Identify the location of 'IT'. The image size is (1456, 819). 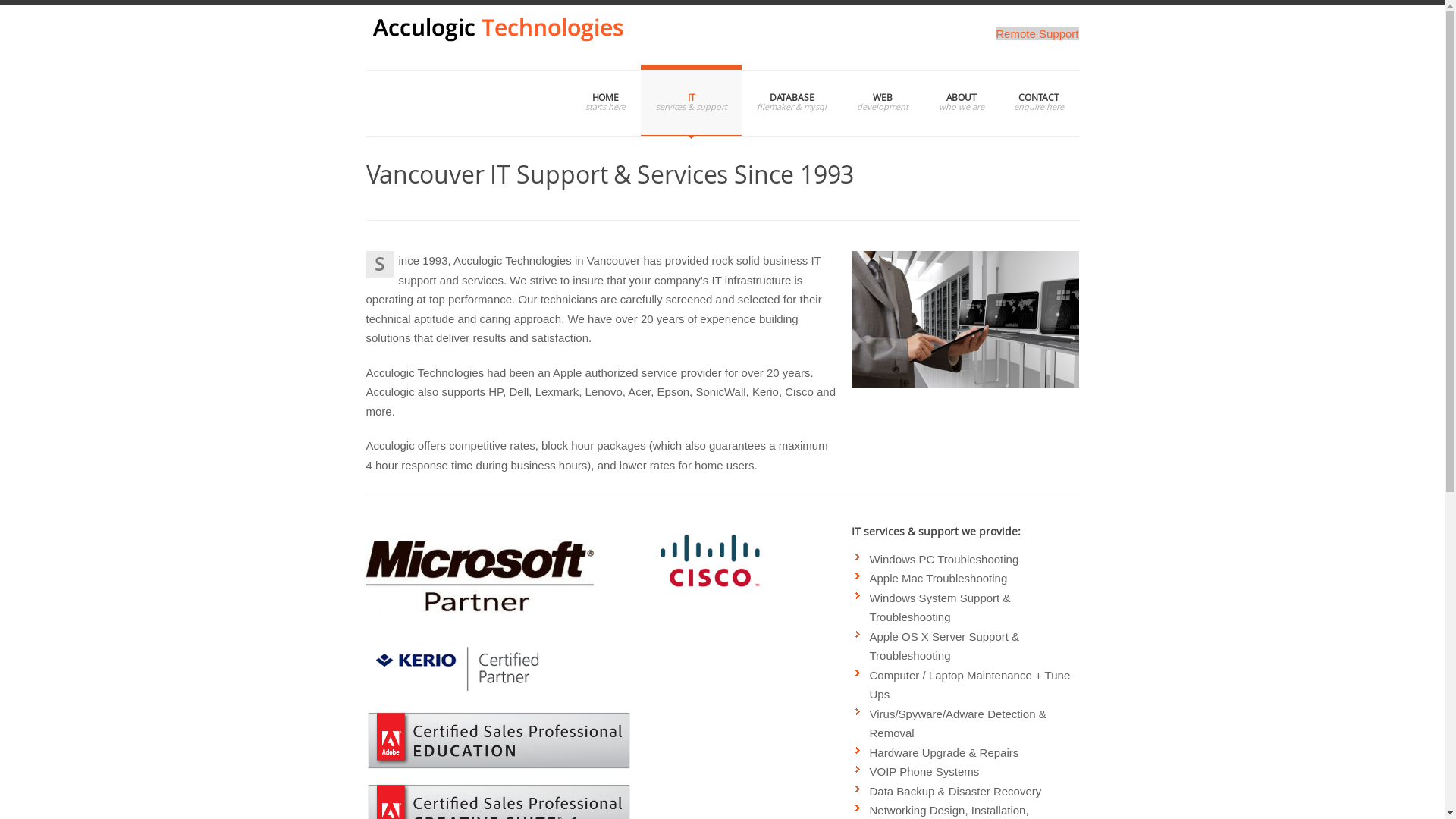
(691, 100).